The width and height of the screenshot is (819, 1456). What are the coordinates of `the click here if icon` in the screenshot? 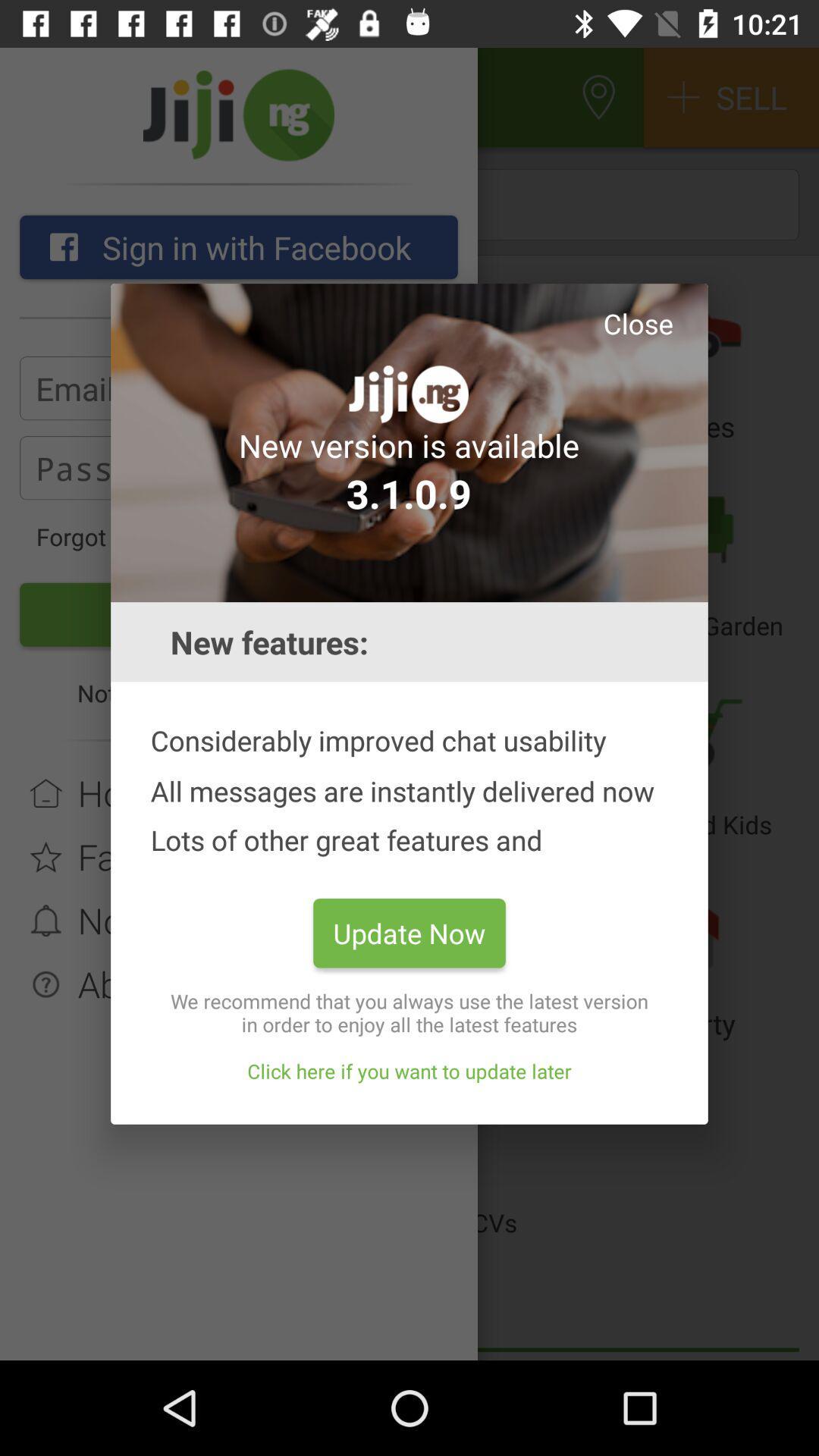 It's located at (409, 1070).